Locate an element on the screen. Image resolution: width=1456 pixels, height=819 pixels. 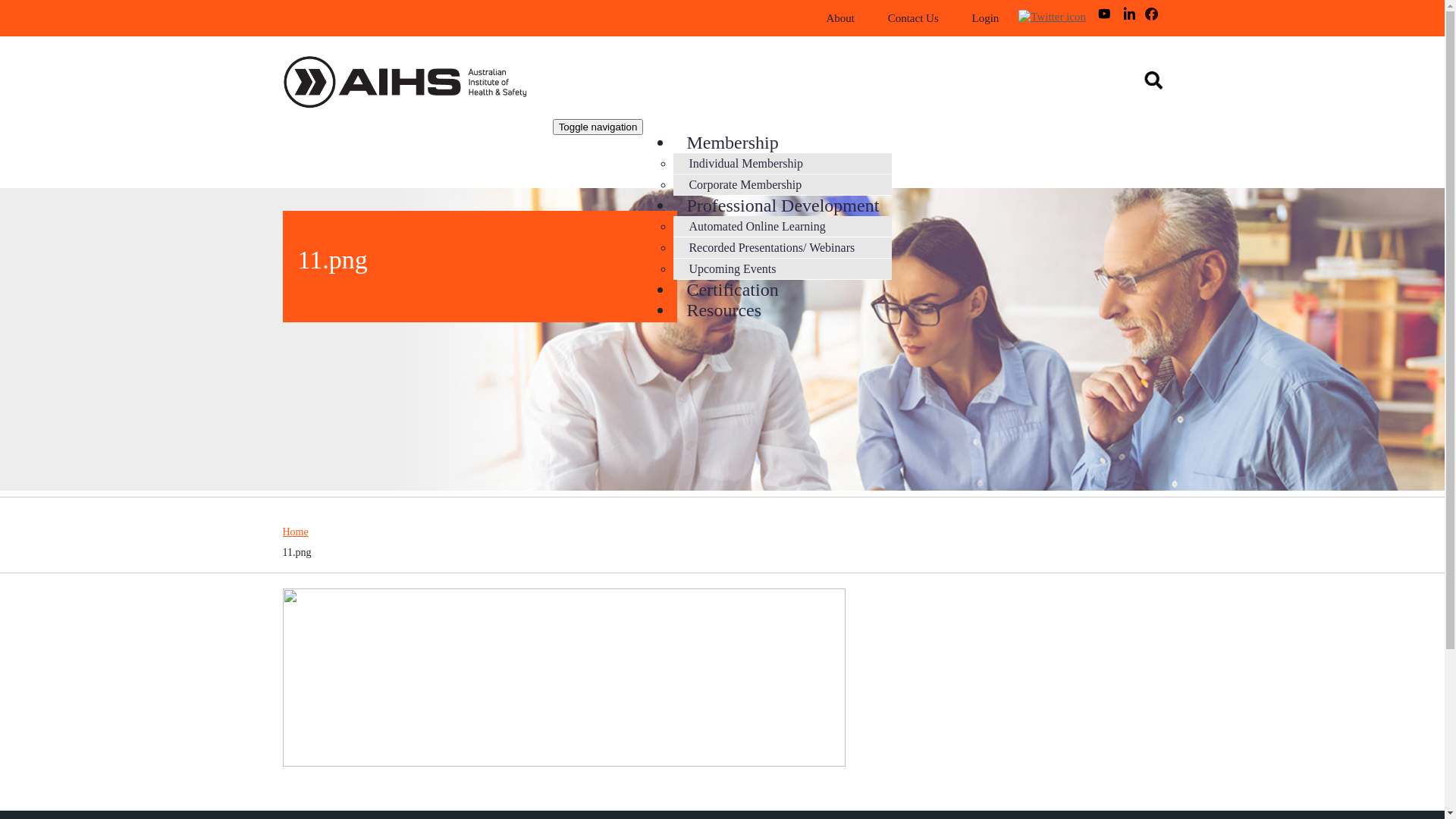
'Login' is located at coordinates (985, 17).